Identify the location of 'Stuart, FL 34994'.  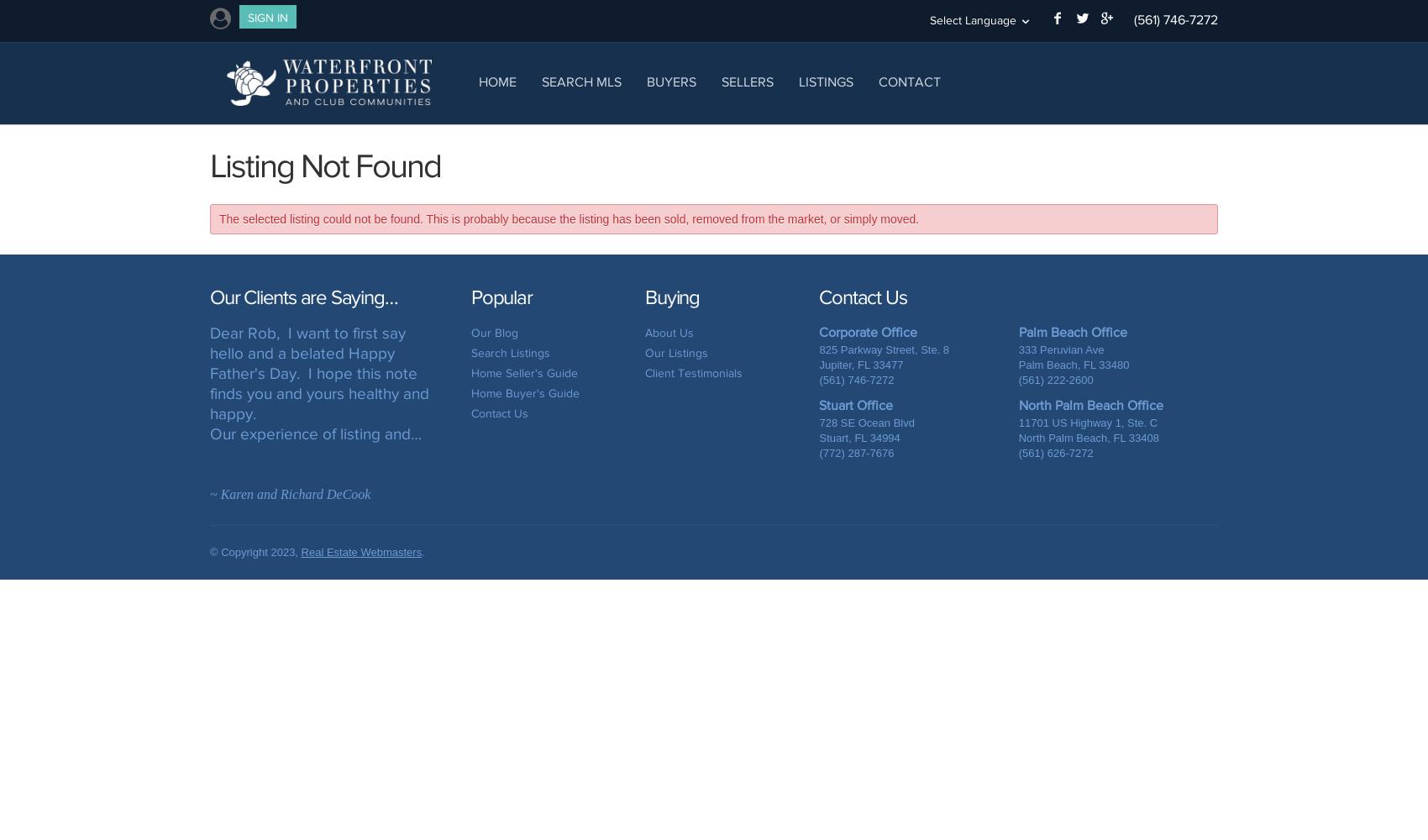
(858, 437).